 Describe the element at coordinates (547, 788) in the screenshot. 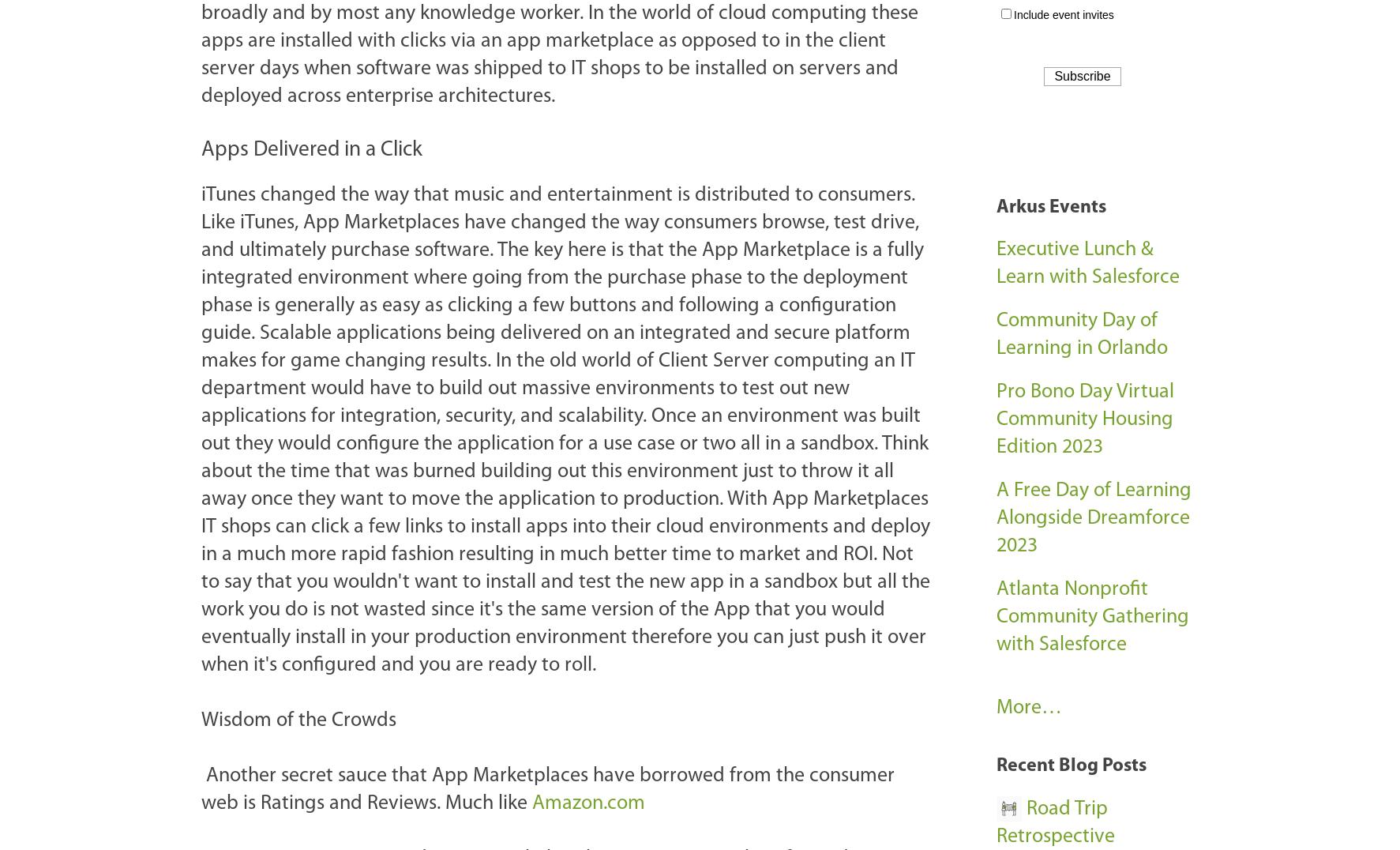

I see `'Another secret sauce that App Marketplaces have borrowed from the consumer web is Ratings and Reviews. Much like'` at that location.